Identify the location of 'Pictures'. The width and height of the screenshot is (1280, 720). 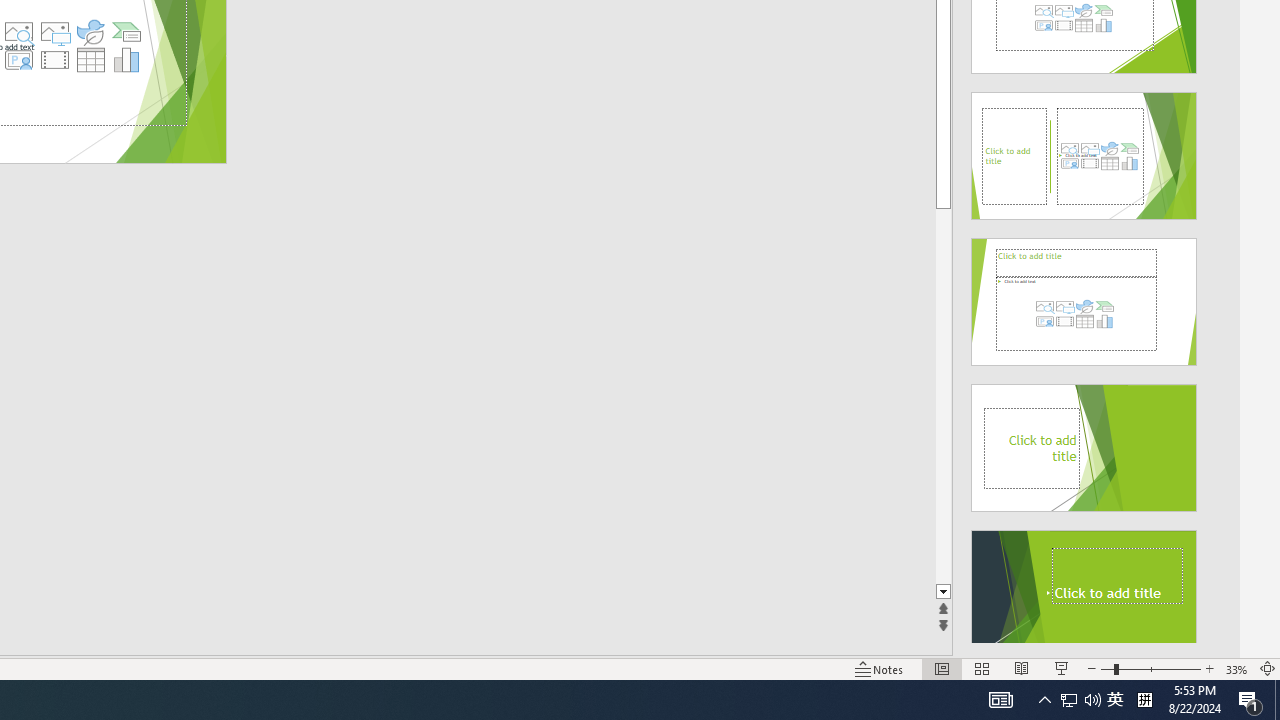
(54, 32).